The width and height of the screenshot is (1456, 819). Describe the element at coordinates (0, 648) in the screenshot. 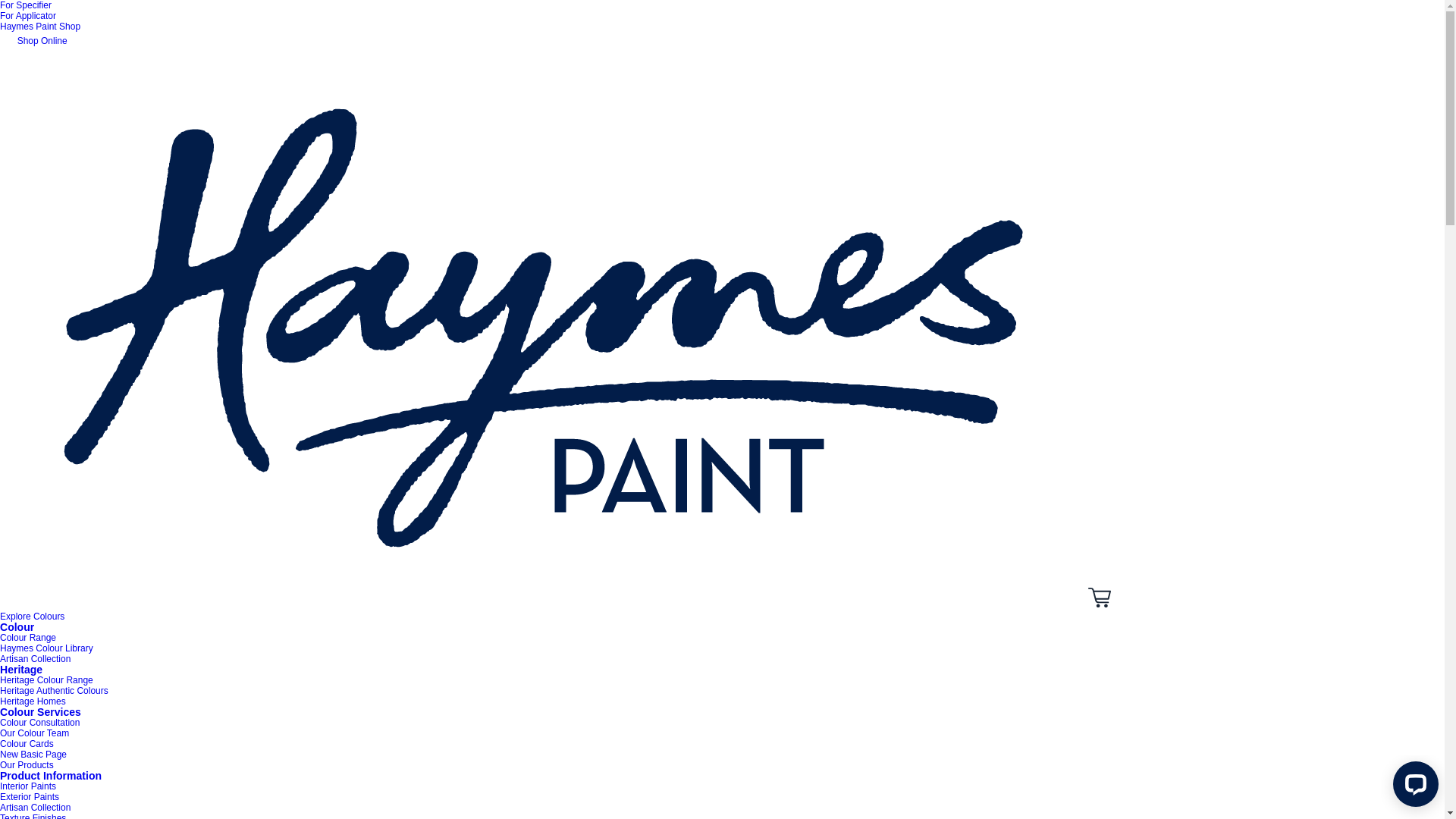

I see `'Haymes Colour Library'` at that location.